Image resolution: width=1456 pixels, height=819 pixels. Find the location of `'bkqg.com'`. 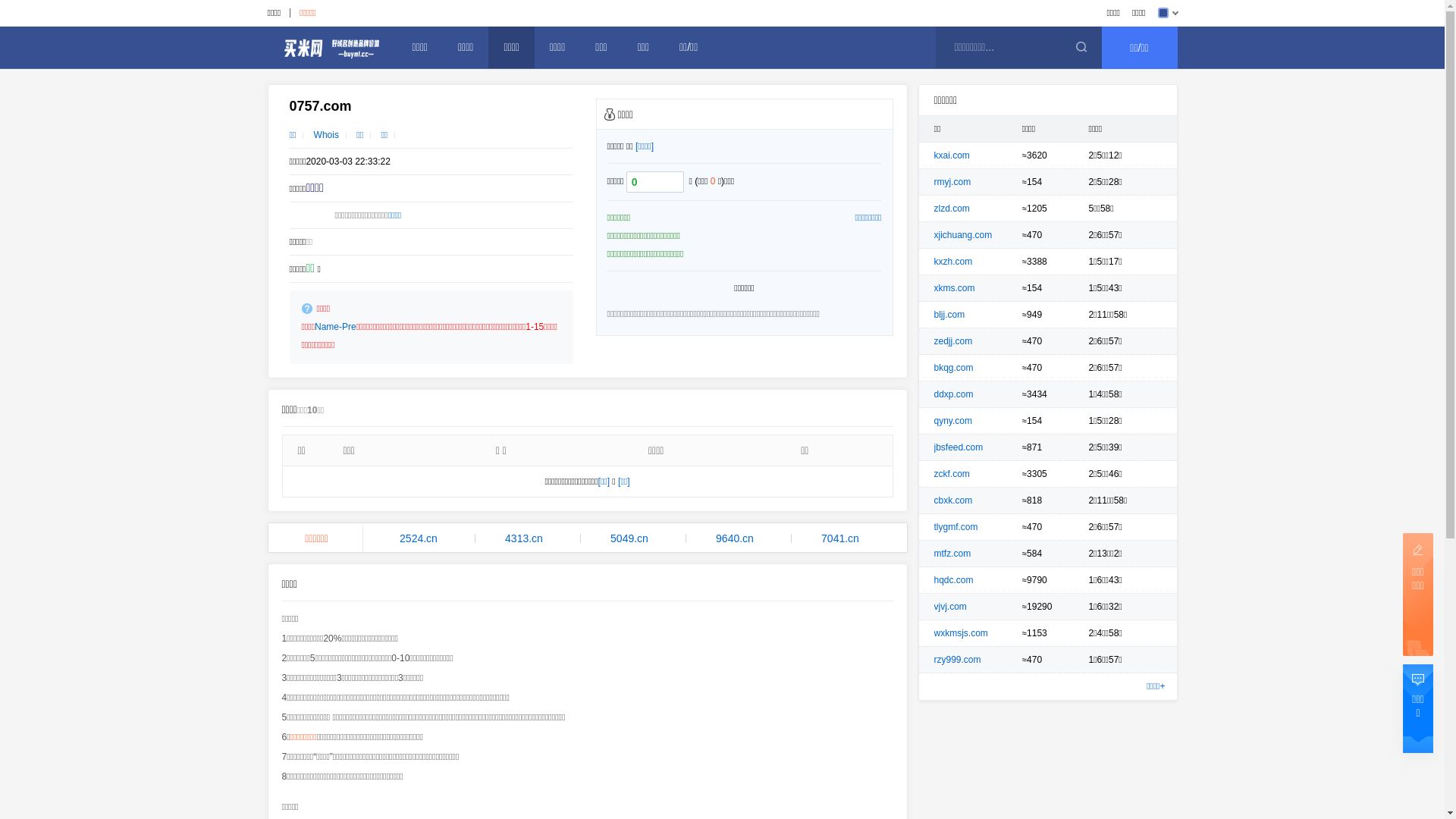

'bkqg.com' is located at coordinates (952, 368).